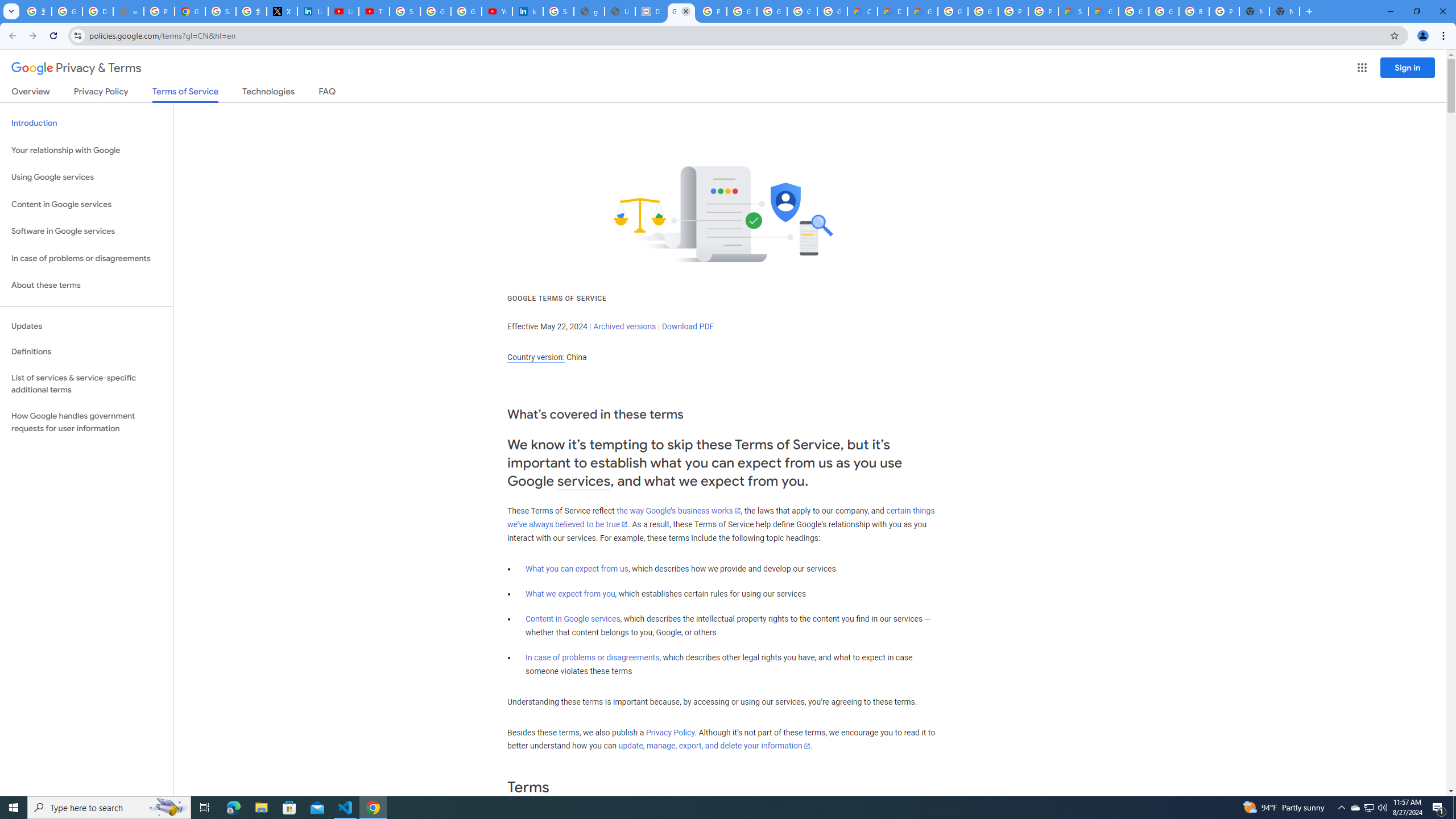  I want to click on 'Google Cloud Platform', so click(983, 11).